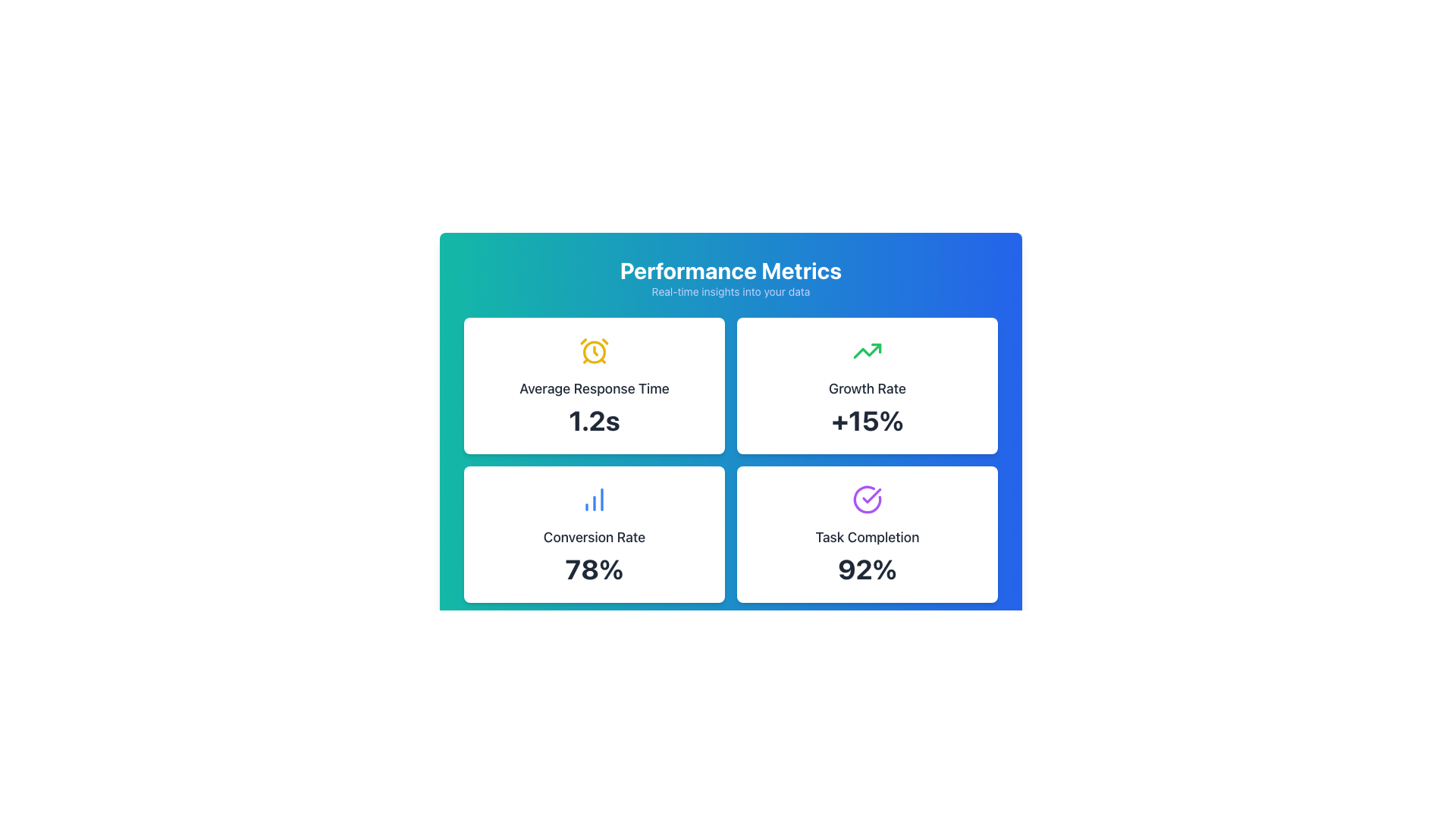  What do you see at coordinates (867, 385) in the screenshot?
I see `the information displayed on the growth rate metric card located in the top-right quadrant of the grid layout` at bounding box center [867, 385].